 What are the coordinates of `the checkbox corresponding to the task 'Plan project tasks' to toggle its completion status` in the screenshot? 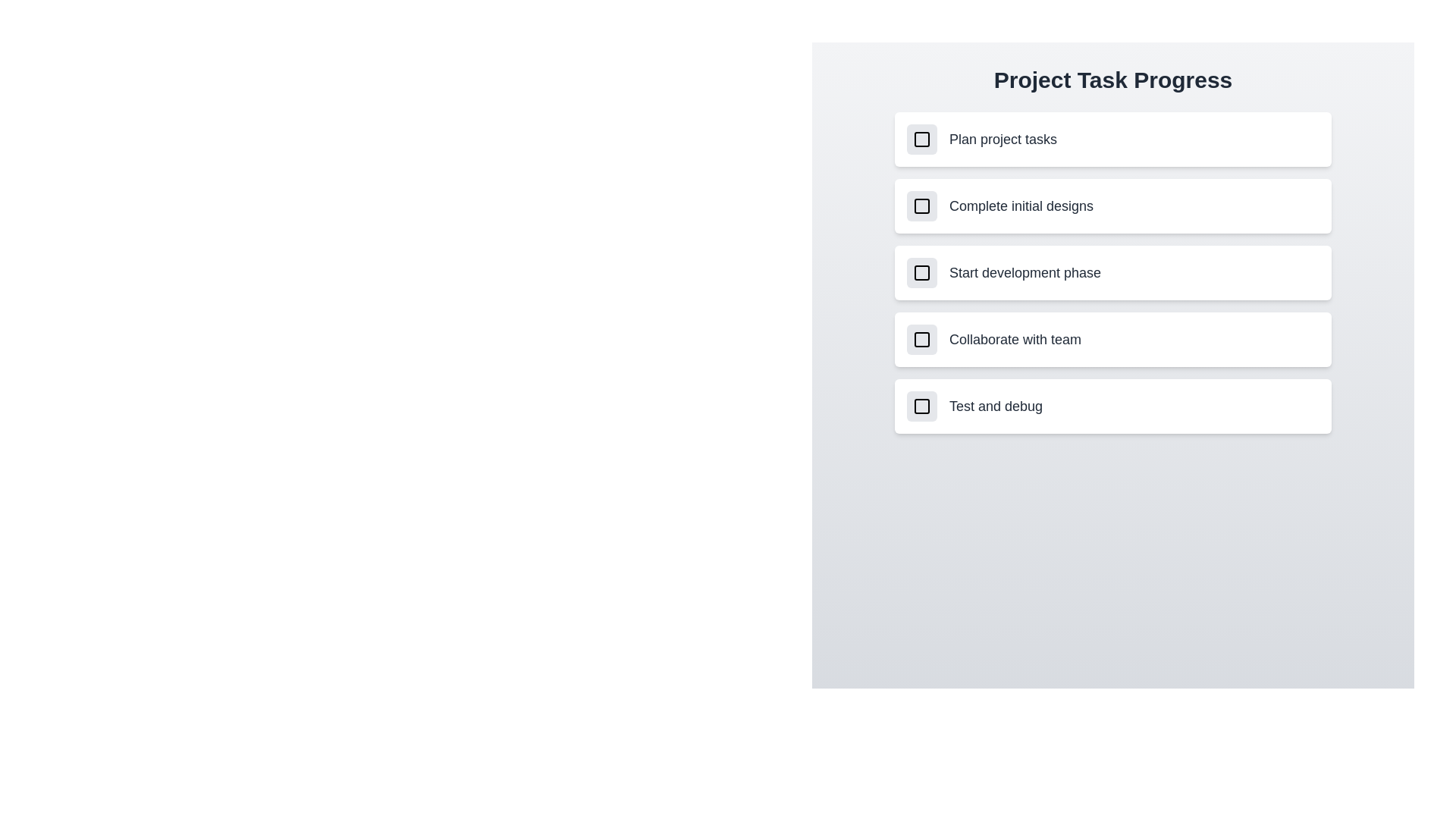 It's located at (921, 140).